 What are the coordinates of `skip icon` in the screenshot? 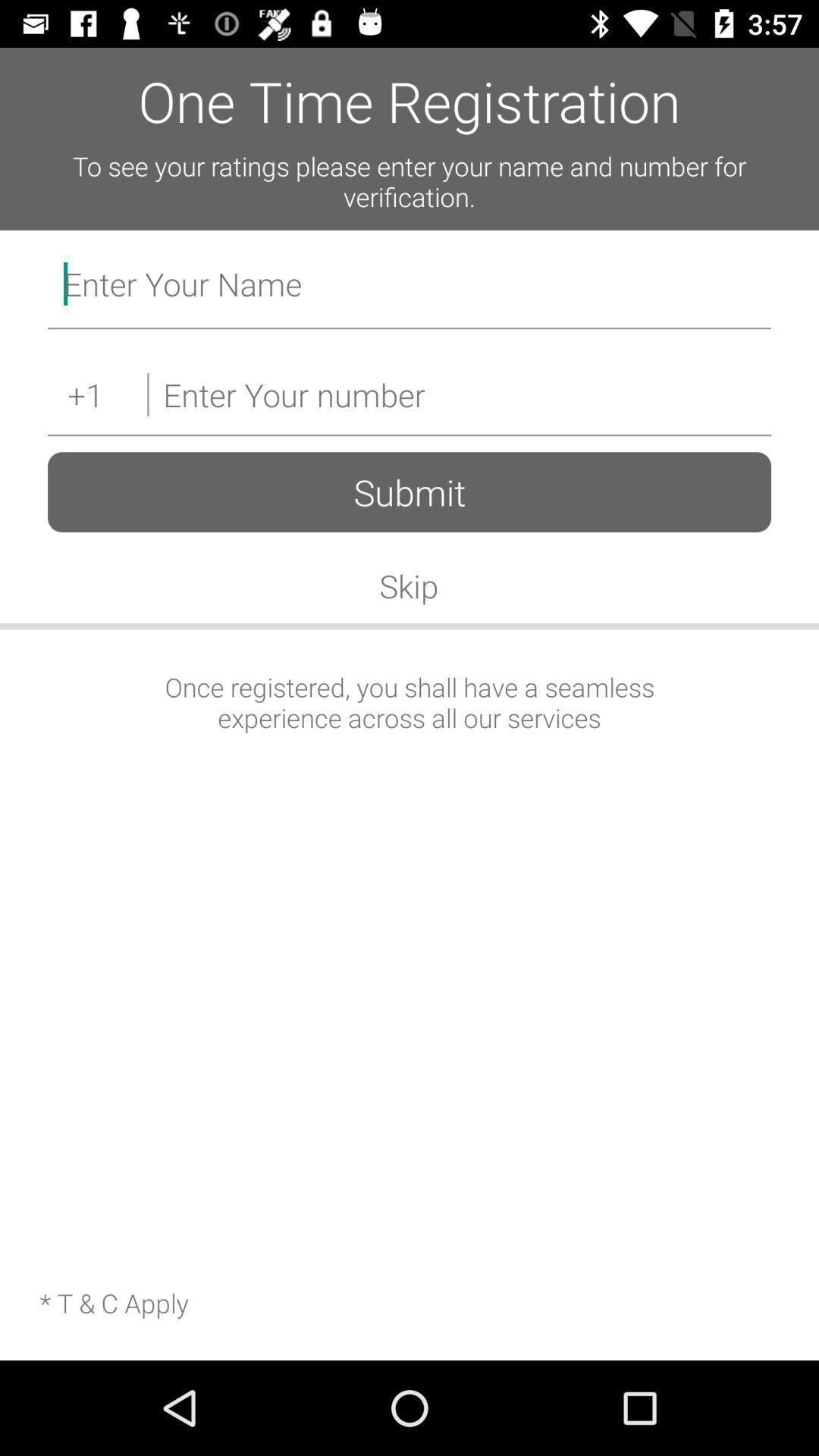 It's located at (408, 585).